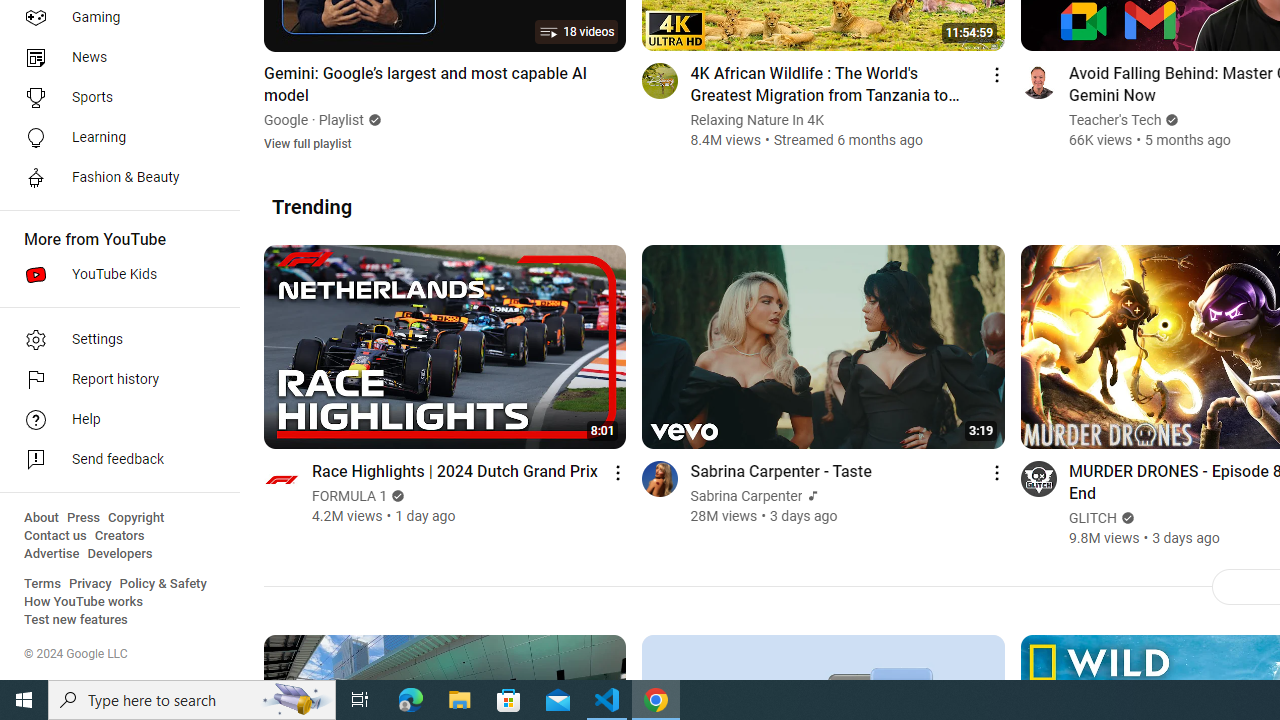 This screenshot has height=720, width=1280. Describe the element at coordinates (51, 554) in the screenshot. I see `'Advertise'` at that location.